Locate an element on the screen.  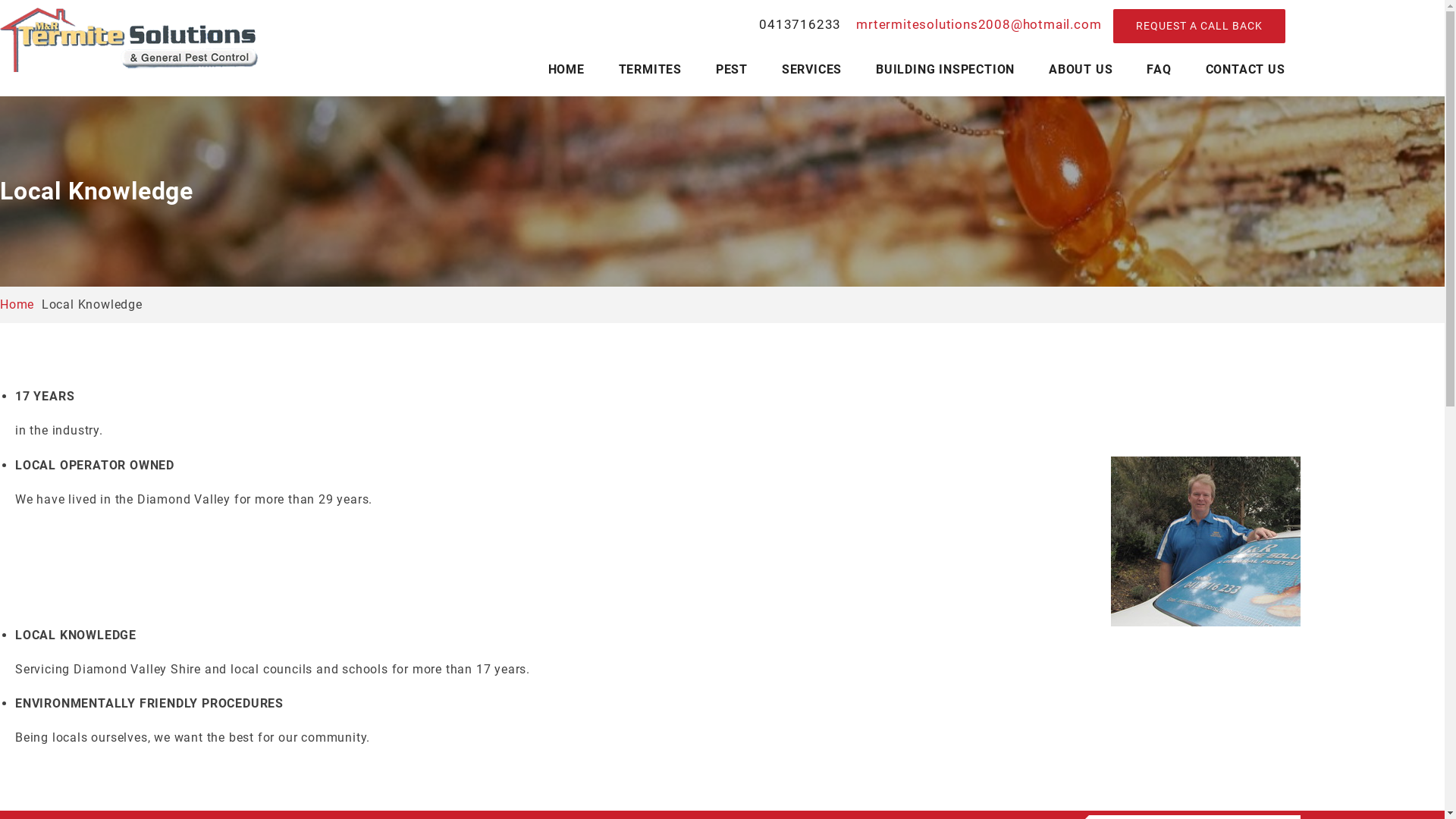
'ABOUT US' is located at coordinates (1080, 70).